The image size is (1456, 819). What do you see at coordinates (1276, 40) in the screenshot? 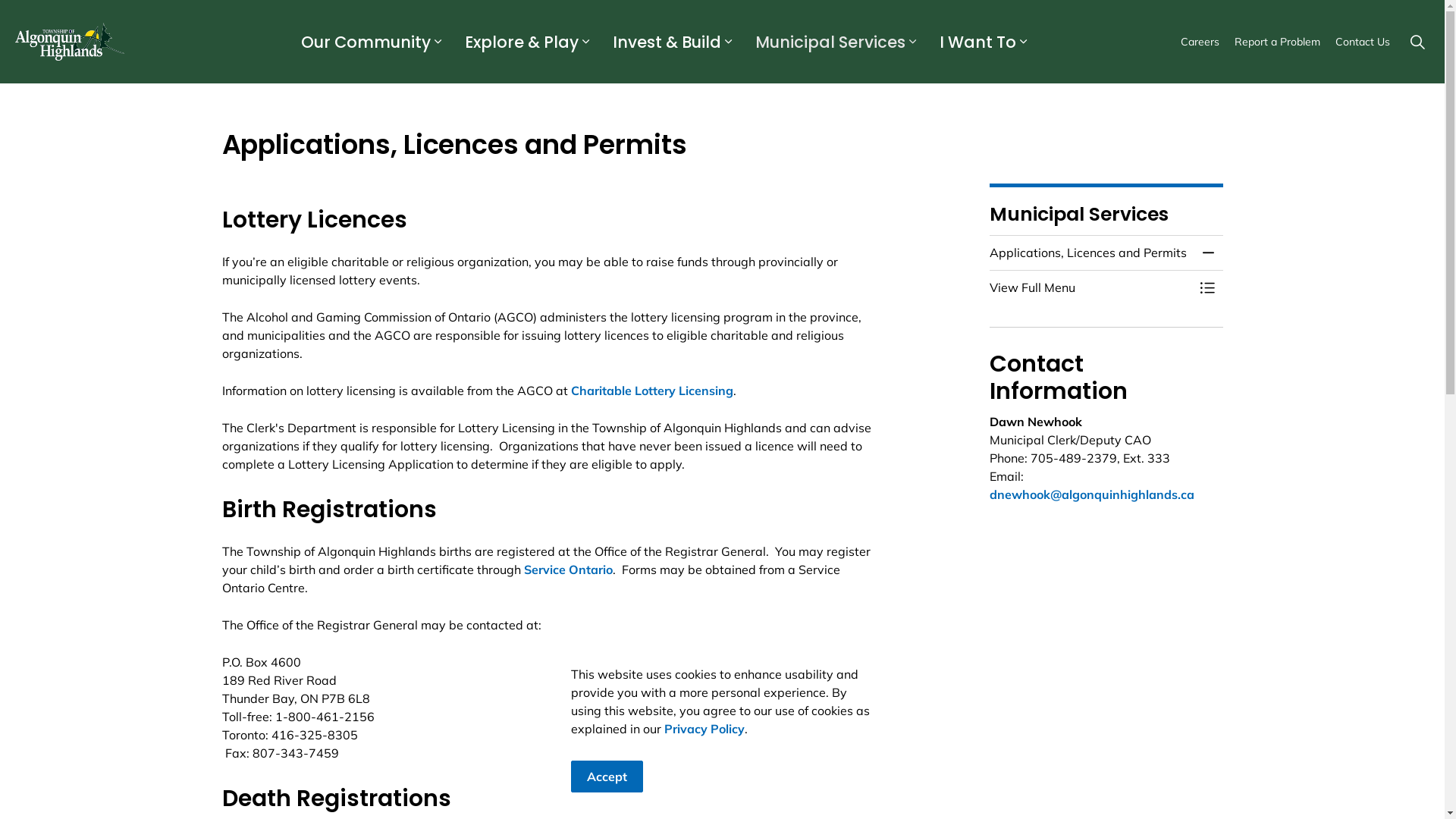
I see `'Report a Problem'` at bounding box center [1276, 40].